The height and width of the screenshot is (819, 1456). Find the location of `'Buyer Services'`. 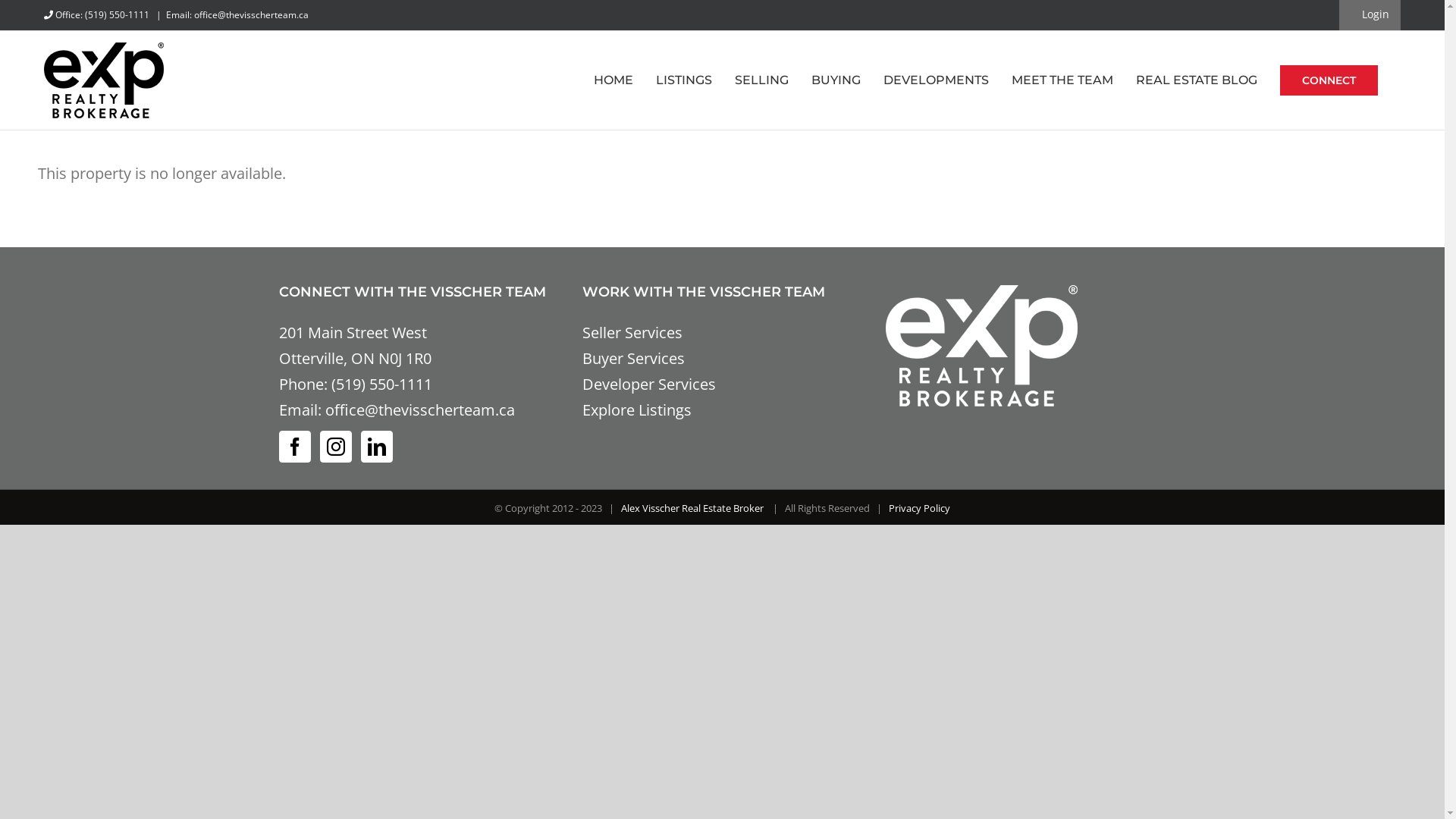

'Buyer Services' is located at coordinates (633, 358).